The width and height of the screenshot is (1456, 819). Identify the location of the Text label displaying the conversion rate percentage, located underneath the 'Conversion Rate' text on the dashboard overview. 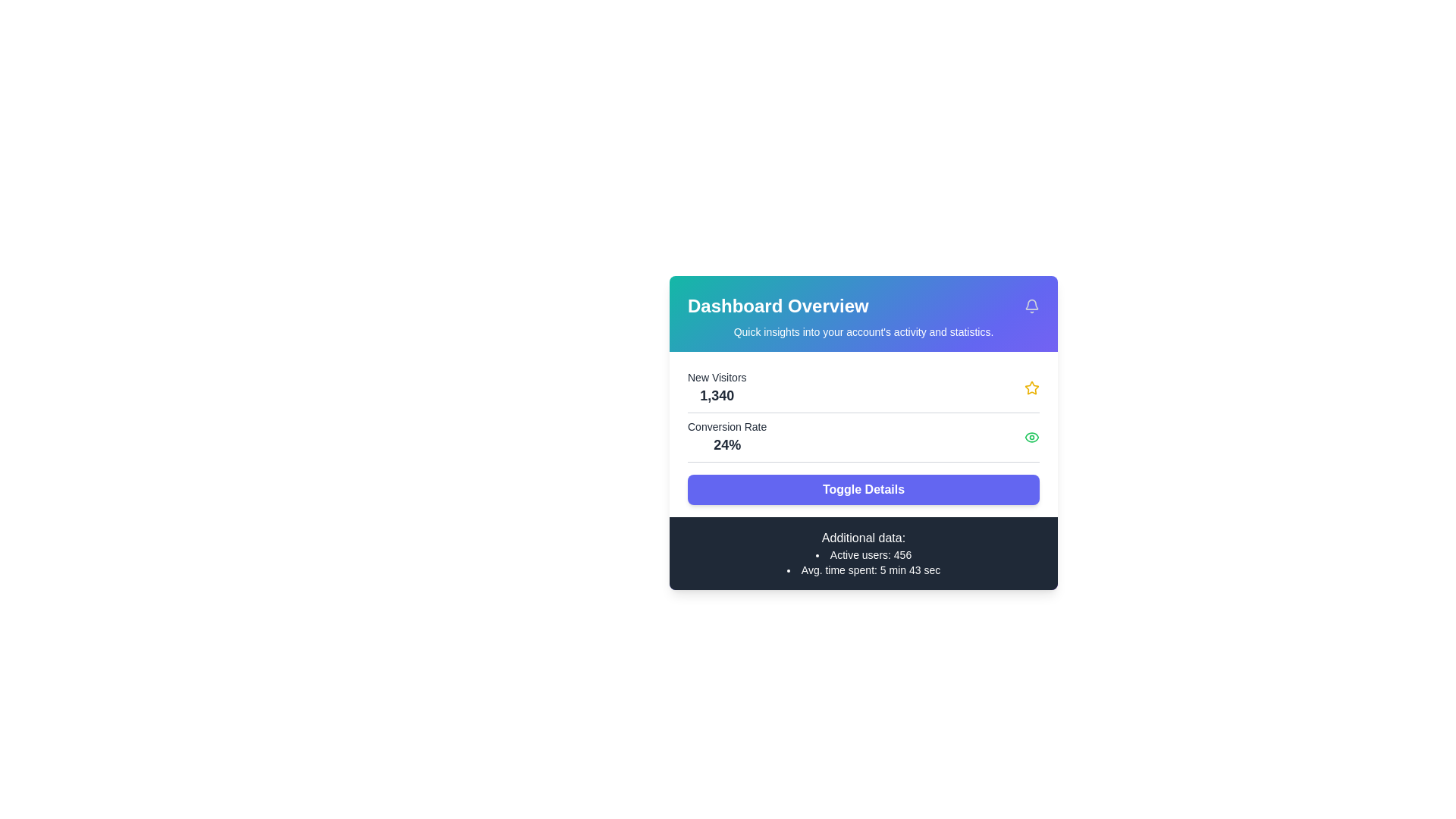
(726, 444).